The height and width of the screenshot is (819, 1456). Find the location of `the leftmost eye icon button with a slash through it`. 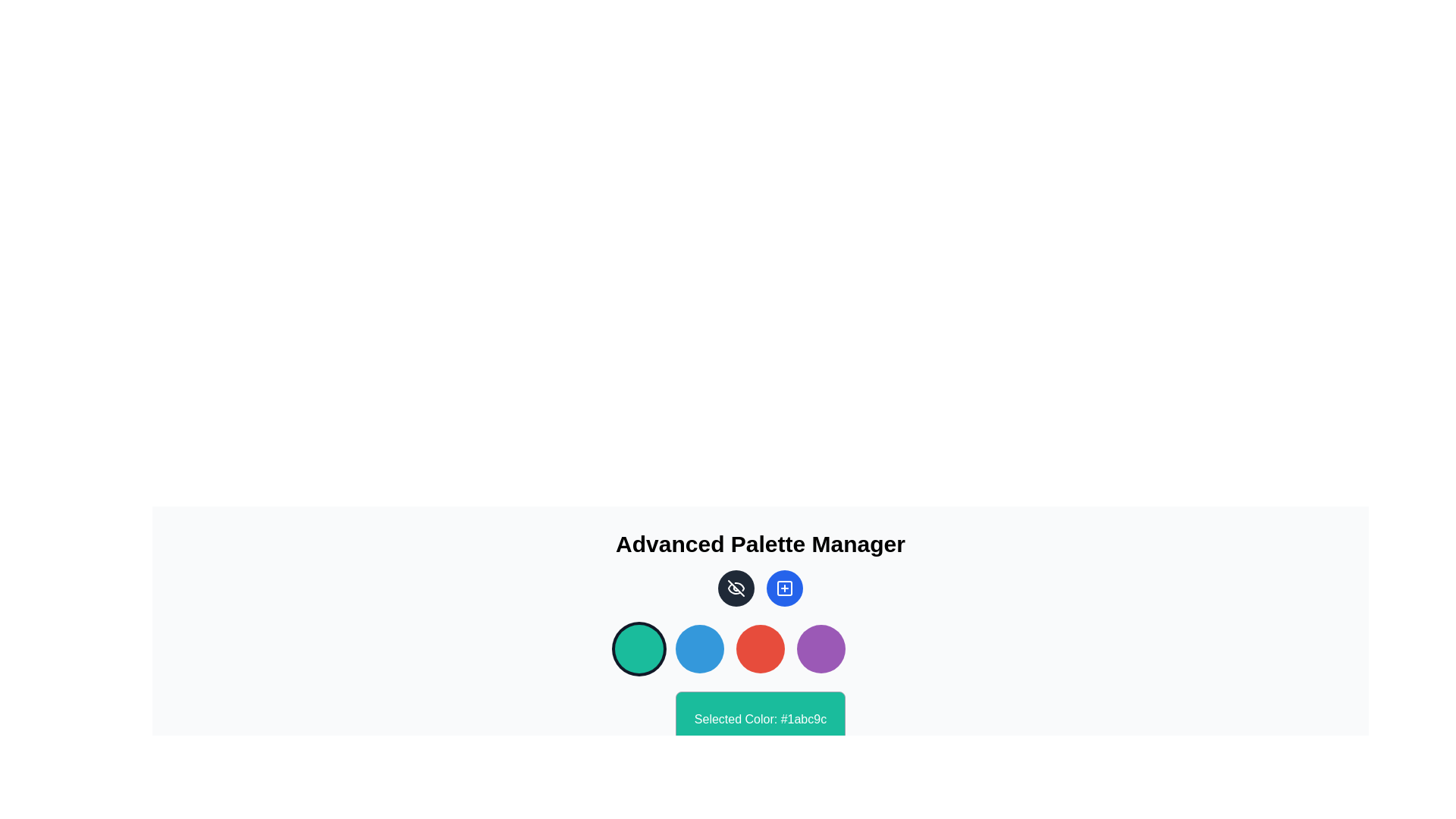

the leftmost eye icon button with a slash through it is located at coordinates (736, 587).